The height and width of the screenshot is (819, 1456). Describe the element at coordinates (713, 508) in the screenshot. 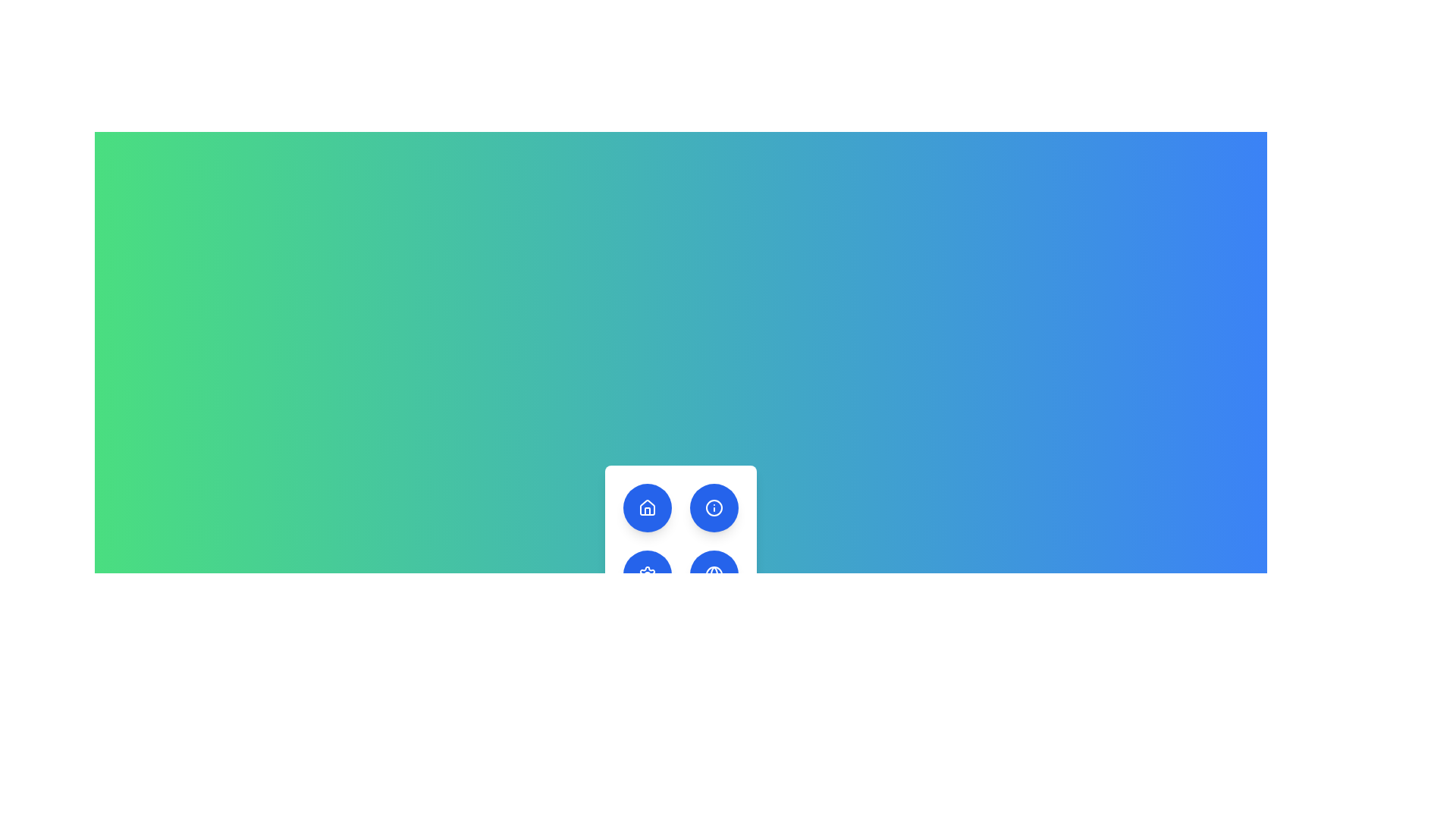

I see `the circular blue button with an information icon located in the top-right corner of the grid layout` at that location.